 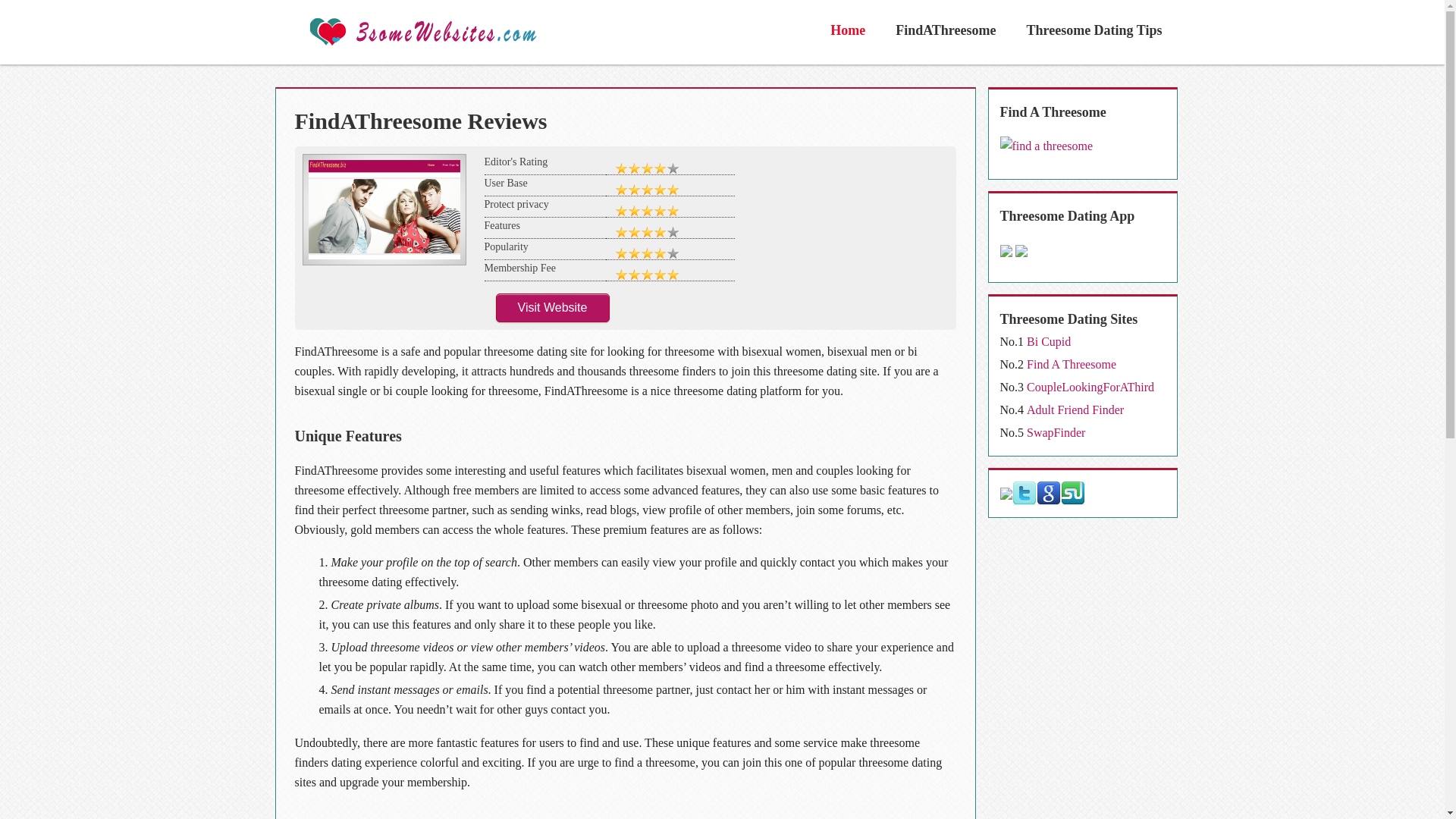 What do you see at coordinates (847, 30) in the screenshot?
I see `'Home'` at bounding box center [847, 30].